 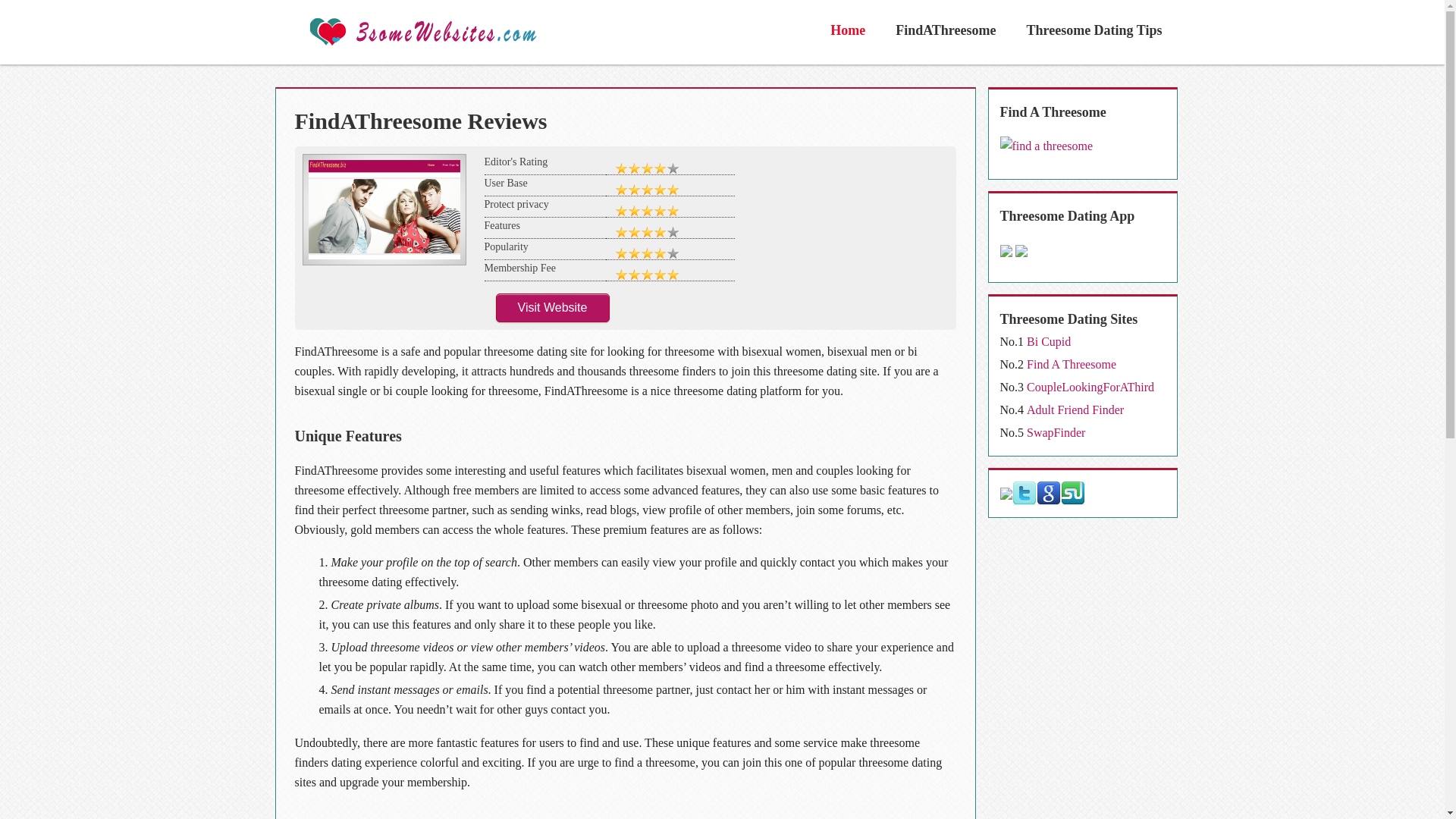 What do you see at coordinates (847, 30) in the screenshot?
I see `'Home'` at bounding box center [847, 30].